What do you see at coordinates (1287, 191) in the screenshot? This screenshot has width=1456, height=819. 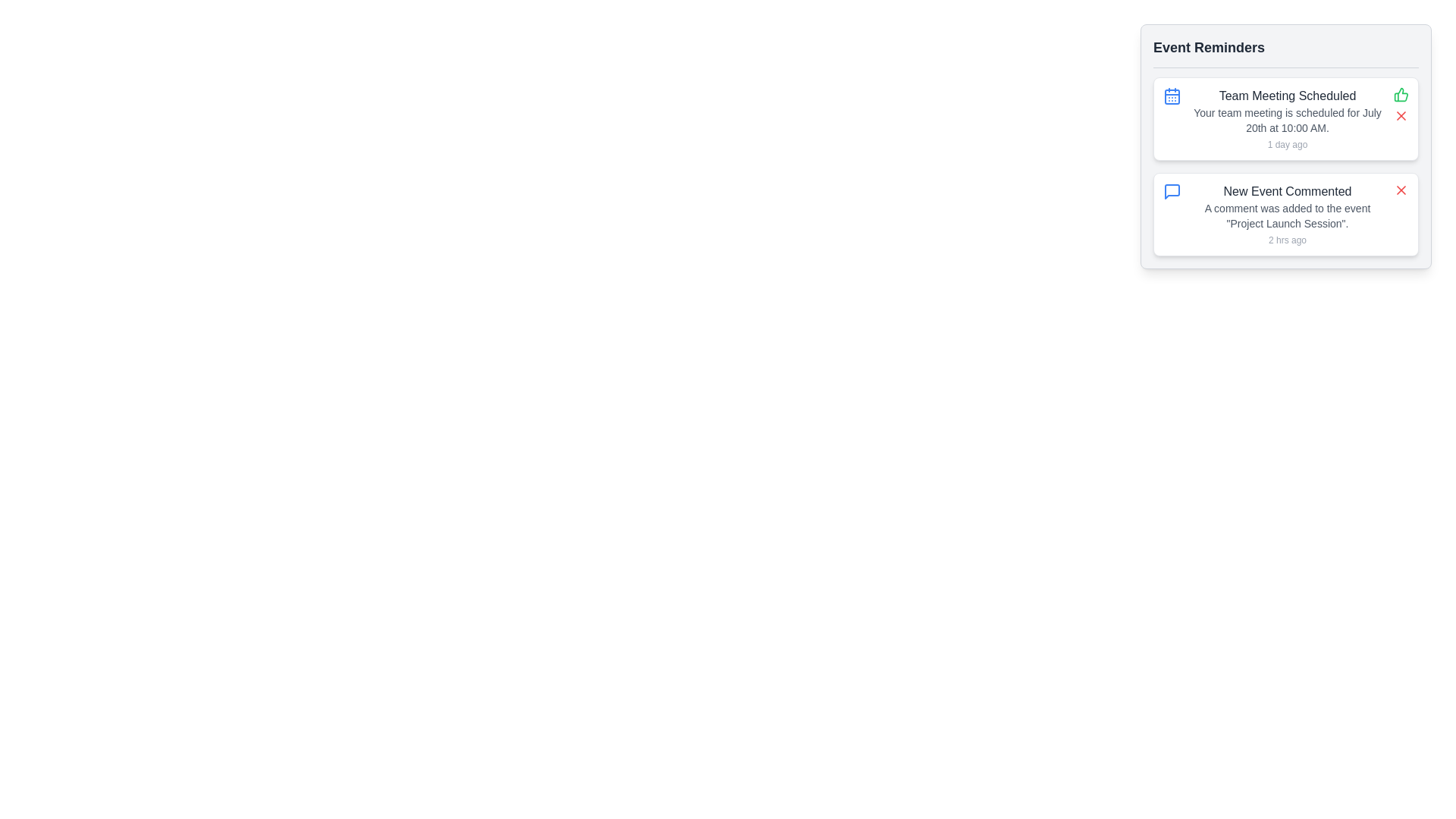 I see `the Text Label that serves as the title of the notification, located below the 'Team Meeting Scheduled' notification in the 'Event Reminders' section` at bounding box center [1287, 191].